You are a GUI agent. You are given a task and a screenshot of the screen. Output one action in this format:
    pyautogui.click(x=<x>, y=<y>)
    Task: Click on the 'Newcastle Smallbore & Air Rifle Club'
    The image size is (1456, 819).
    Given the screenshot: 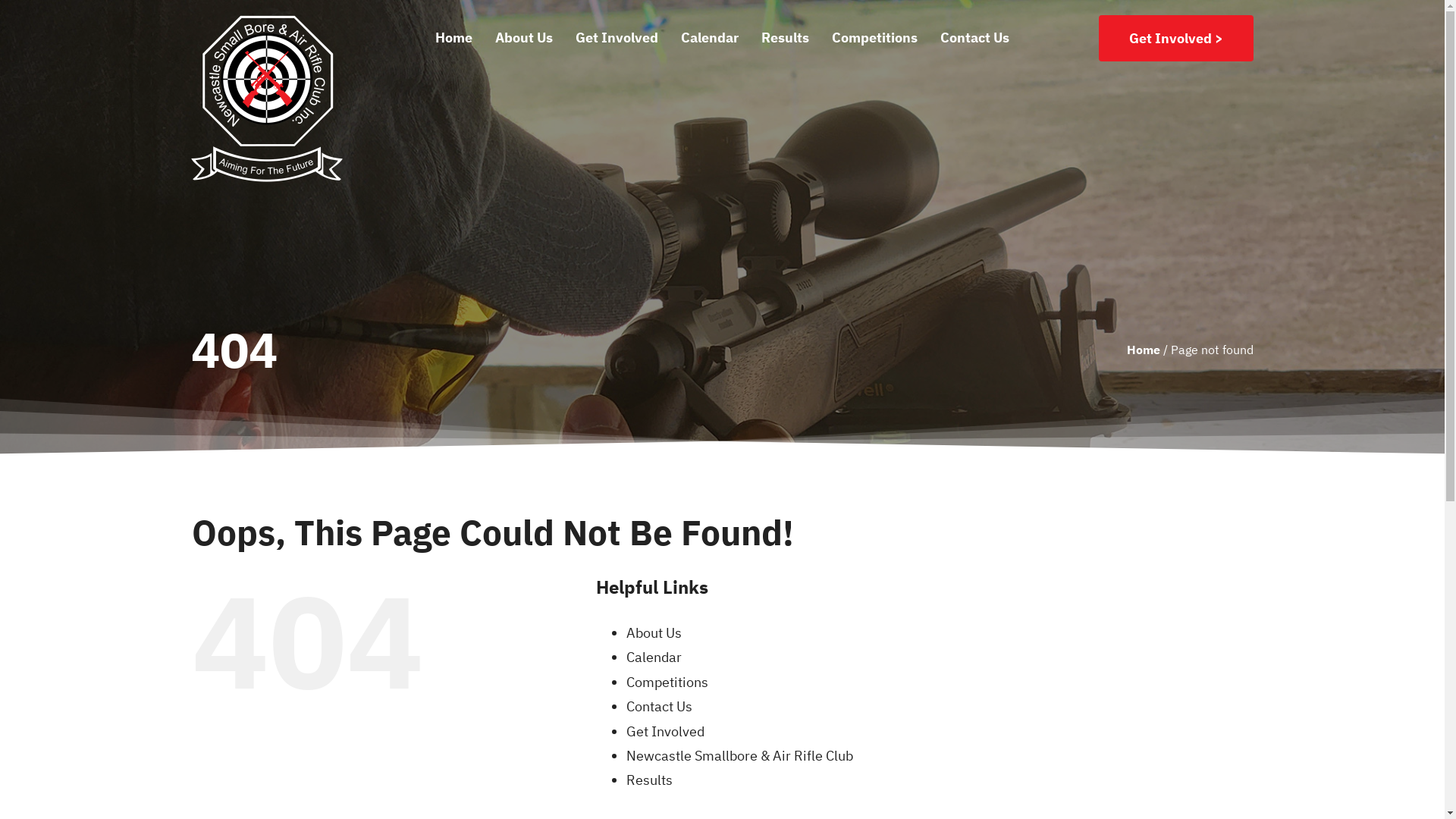 What is the action you would take?
    pyautogui.click(x=739, y=755)
    